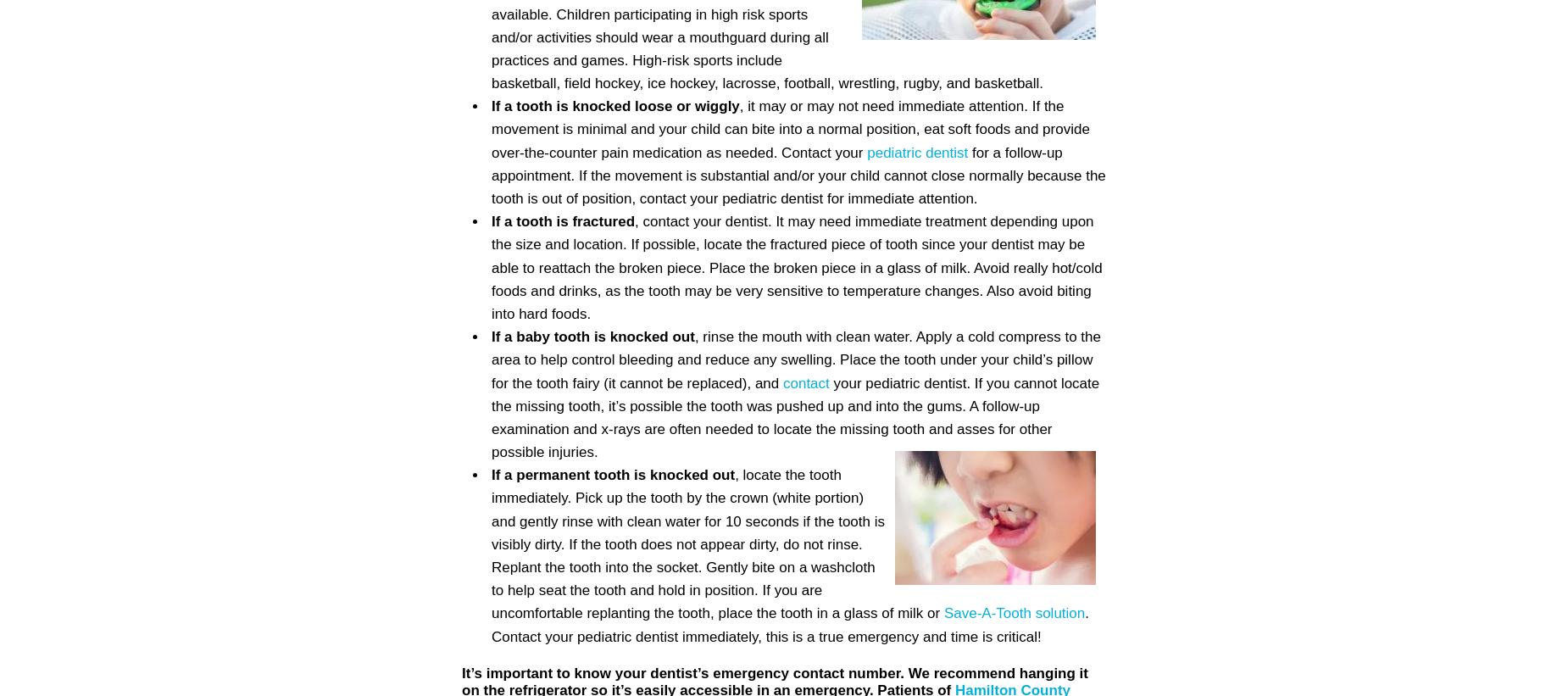 The height and width of the screenshot is (696, 1568). I want to click on ', contact your dentist. It may need immediate treatment depending upon the size and location. If possible, locate the fractured piece of tooth since your dentist may be able to reattach the broken piece. Place the broken piece in a glass of milk. Avoid really hot/cold foods and drinks, as the tooth may be very sensitive to temperature changes. Also avoid biting into hard foods.', so click(491, 266).